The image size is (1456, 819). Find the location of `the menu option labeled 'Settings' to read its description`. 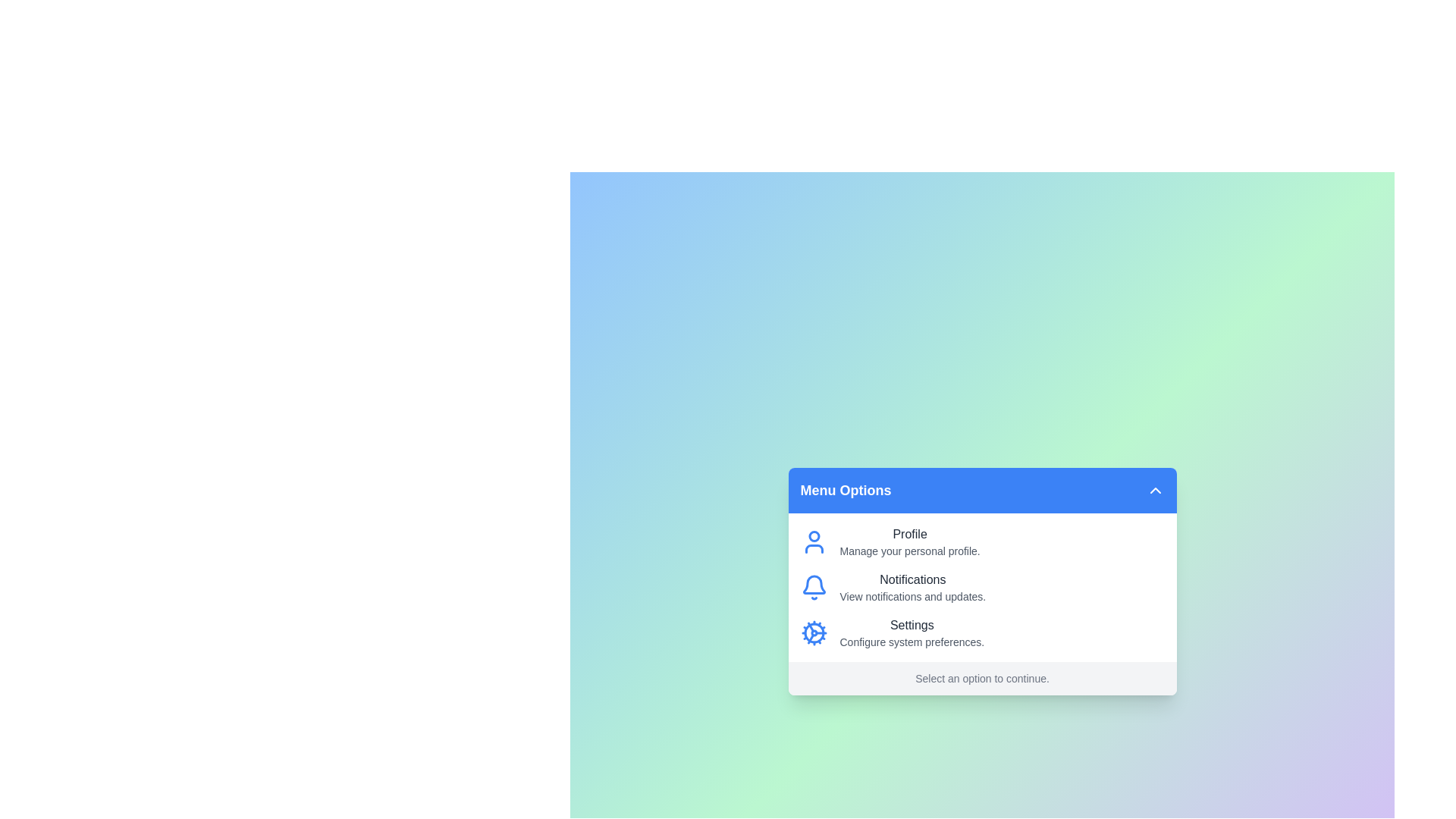

the menu option labeled 'Settings' to read its description is located at coordinates (910, 632).